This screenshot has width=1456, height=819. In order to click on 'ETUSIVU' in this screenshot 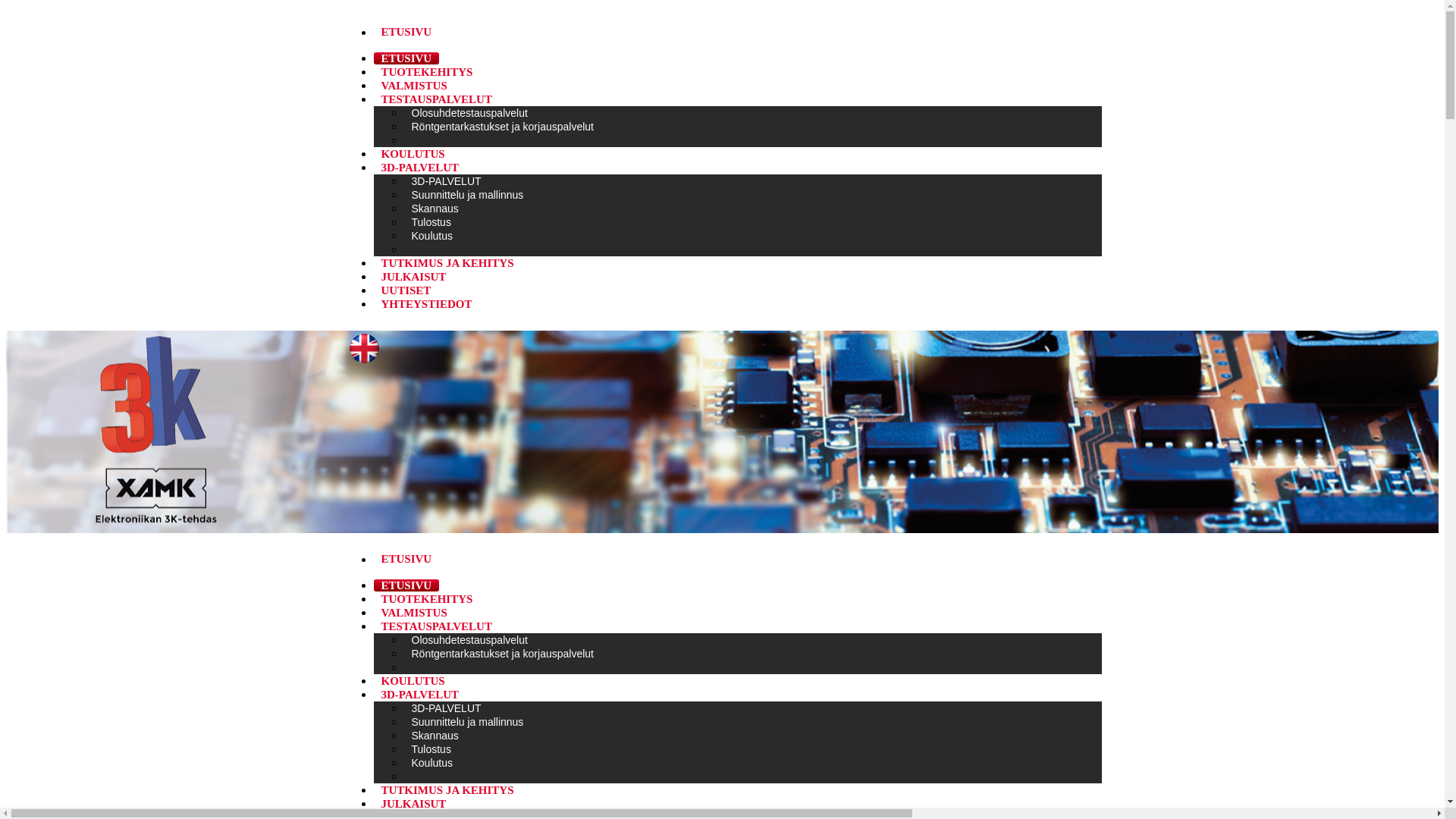, I will do `click(372, 584)`.